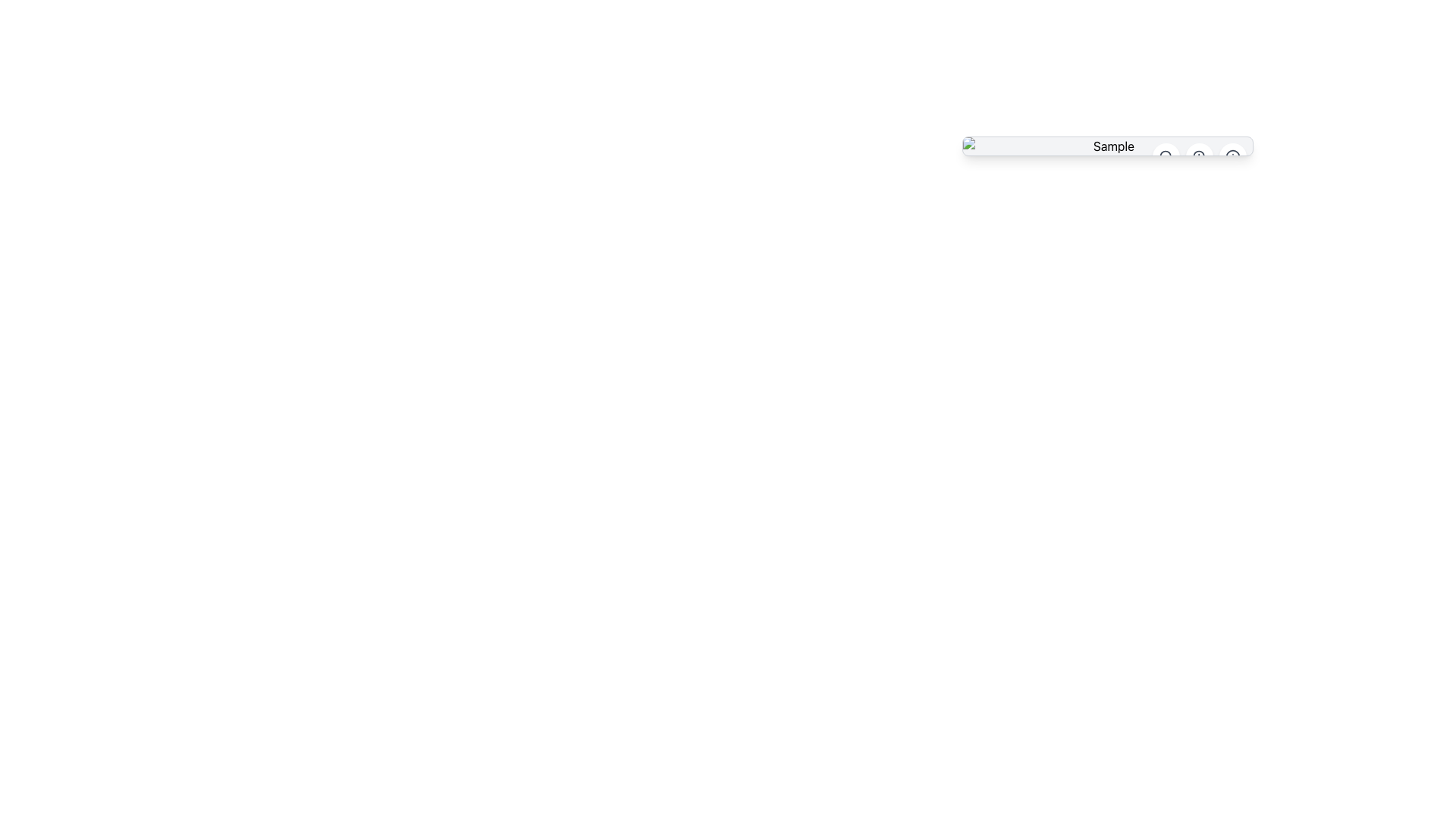 The width and height of the screenshot is (1456, 819). What do you see at coordinates (1233, 157) in the screenshot?
I see `the informational help button located at the top-right of the interface, which is the third button in a horizontal group of similar buttons` at bounding box center [1233, 157].